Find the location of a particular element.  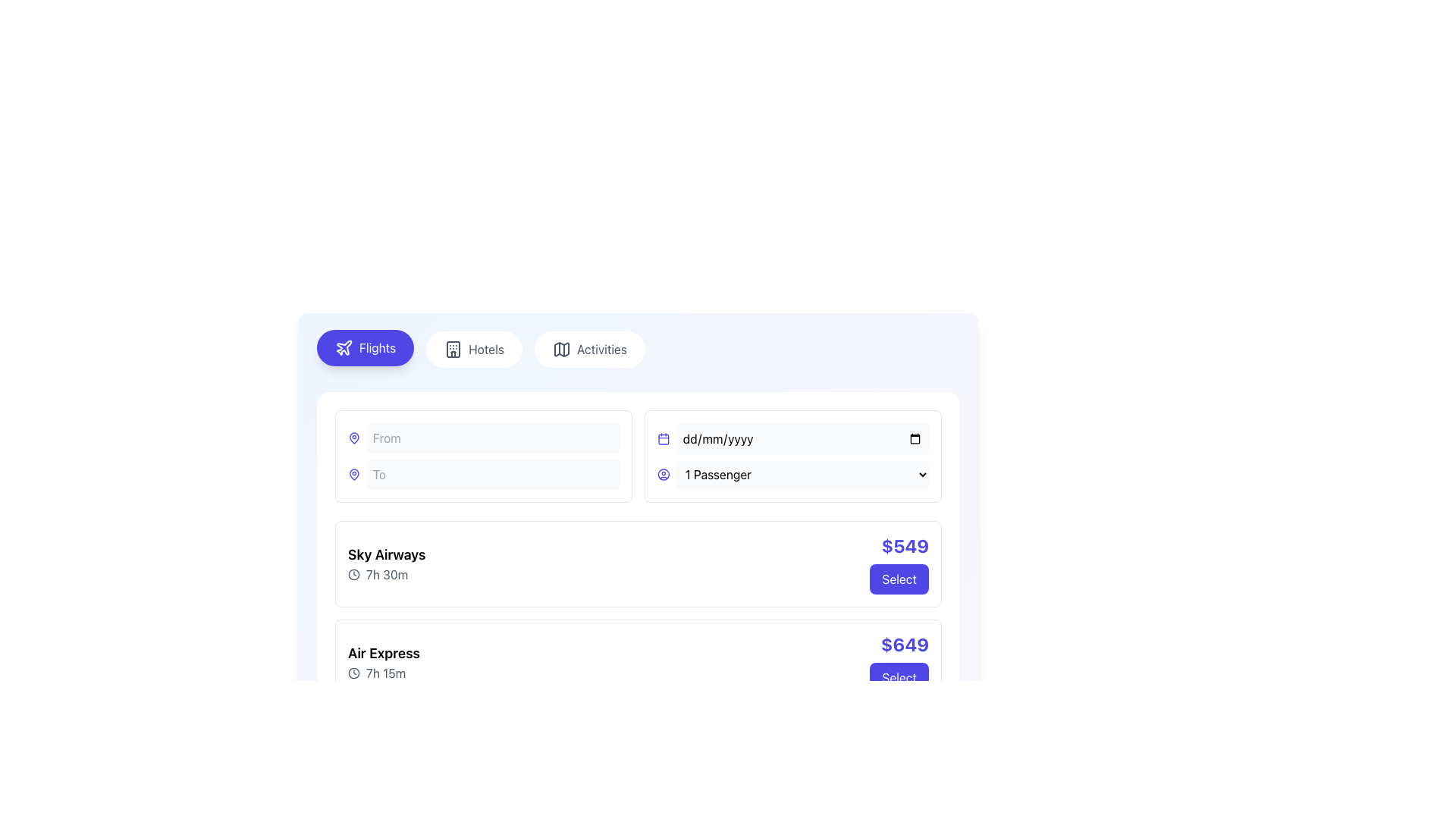

details of the circular vector graphics component that is part of the clock icon located to the left of the duration text '7h 30m' for the first flight option labeled 'Sky Airways' is located at coordinates (378, 564).